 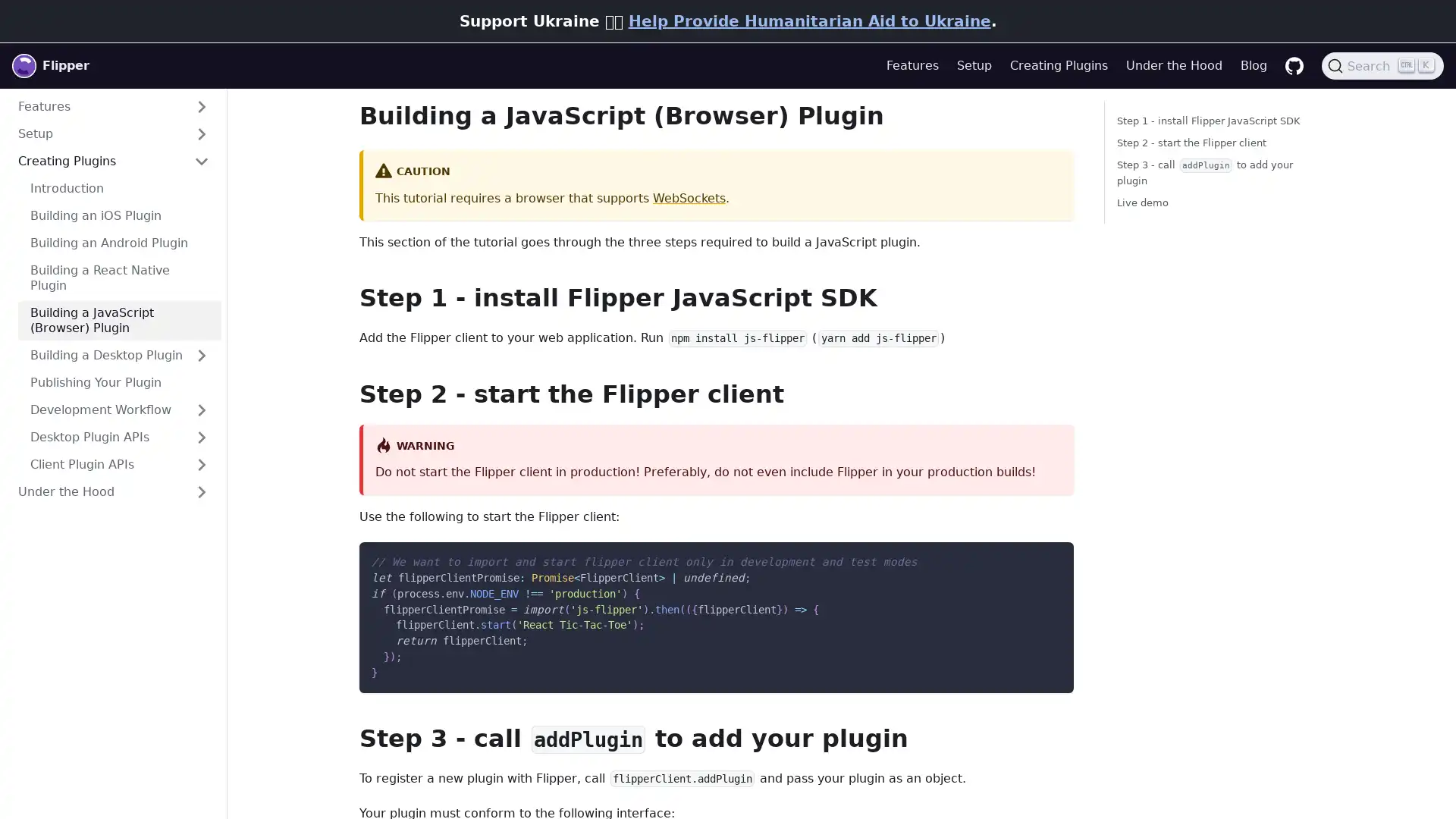 I want to click on Copy code to clipboard, so click(x=1048, y=558).